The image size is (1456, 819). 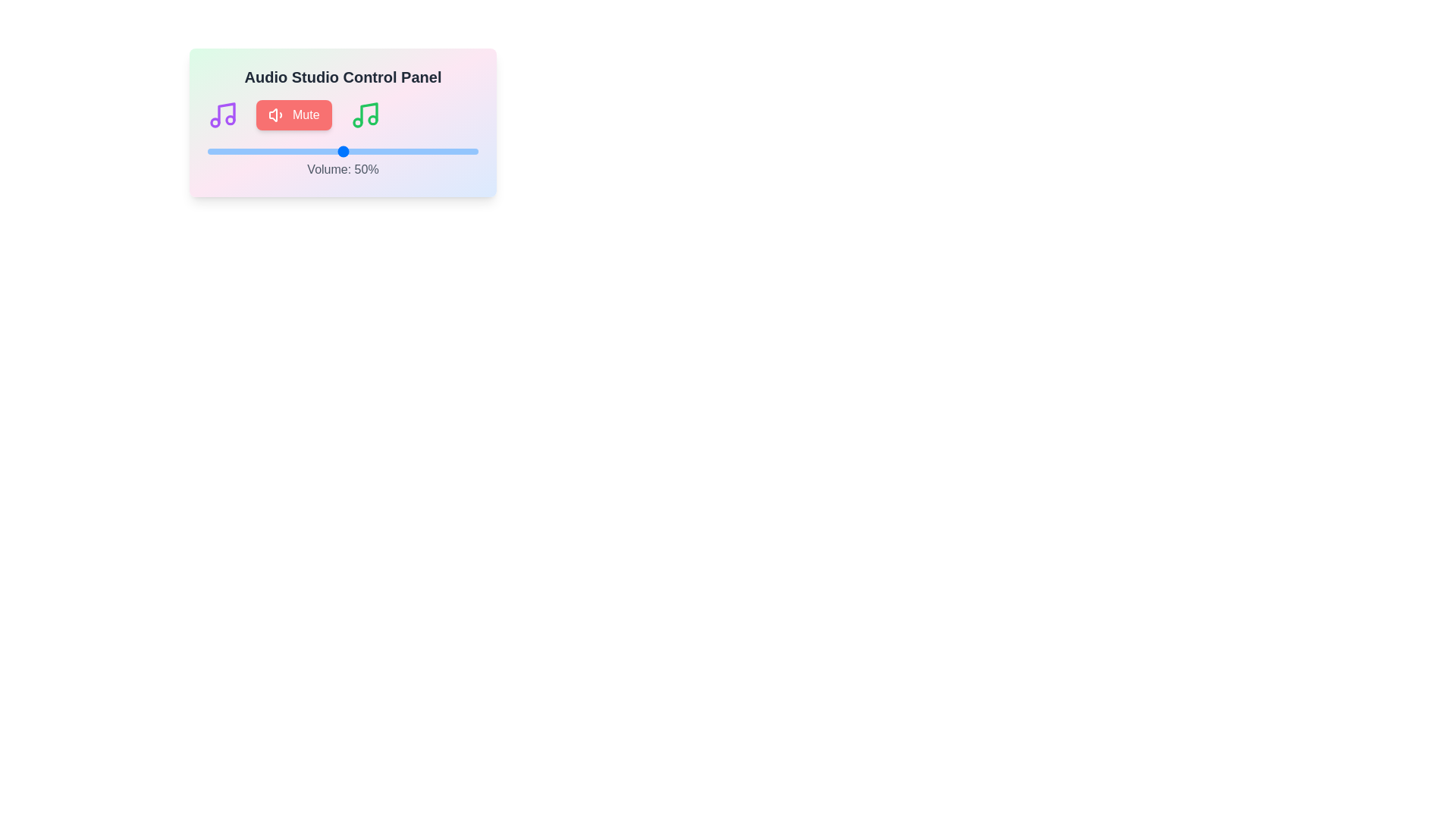 What do you see at coordinates (456, 152) in the screenshot?
I see `the volume slider to set the volume to 92%` at bounding box center [456, 152].